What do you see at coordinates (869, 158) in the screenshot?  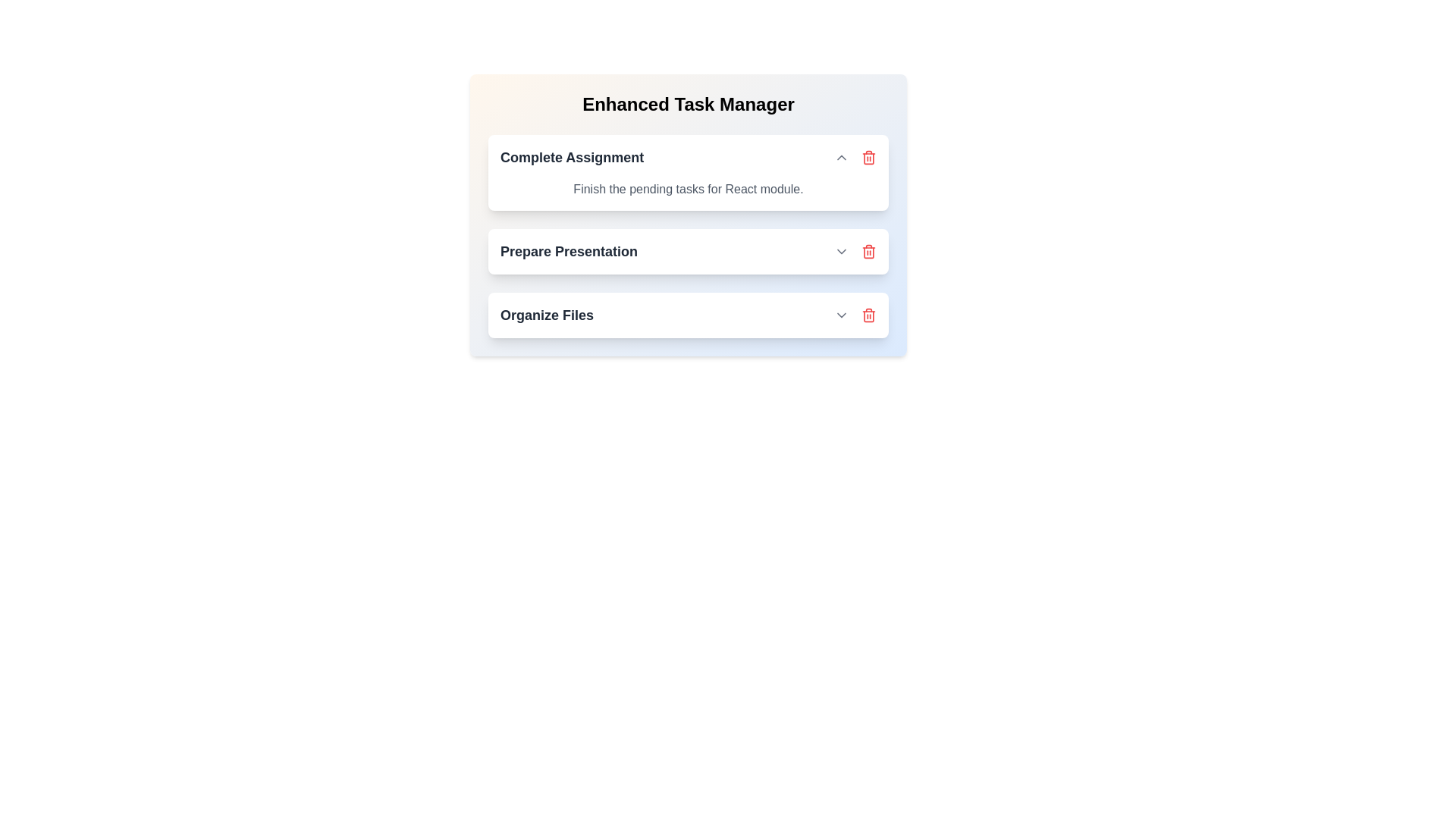 I see `the task titled Complete Assignment` at bounding box center [869, 158].